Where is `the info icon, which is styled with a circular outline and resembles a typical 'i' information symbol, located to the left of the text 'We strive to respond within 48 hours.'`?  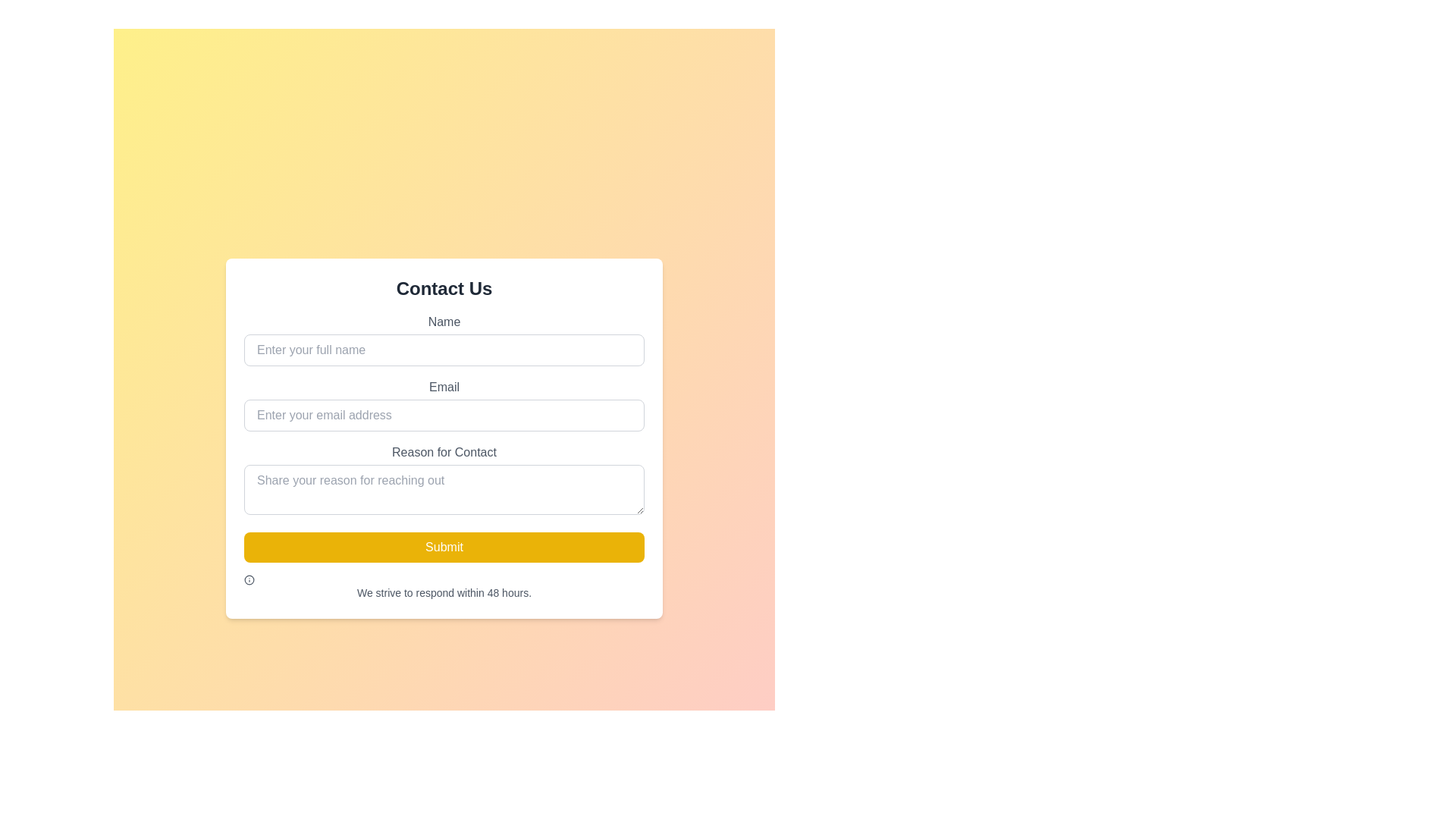
the info icon, which is styled with a circular outline and resembles a typical 'i' information symbol, located to the left of the text 'We strive to respond within 48 hours.' is located at coordinates (249, 579).